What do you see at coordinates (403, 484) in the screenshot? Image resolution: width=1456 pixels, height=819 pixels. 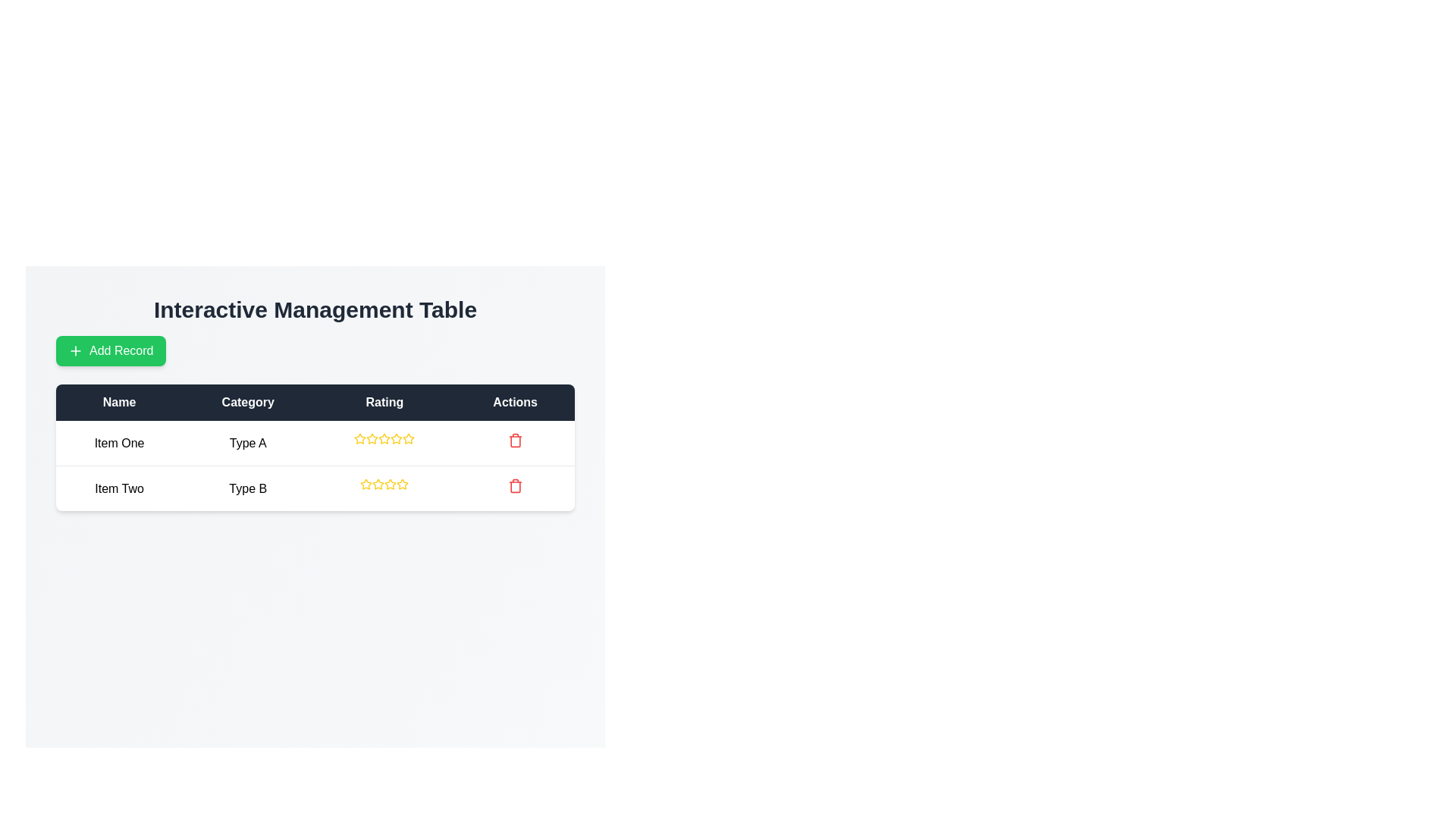 I see `the second filled star icon in the 'Rating' column of the table` at bounding box center [403, 484].